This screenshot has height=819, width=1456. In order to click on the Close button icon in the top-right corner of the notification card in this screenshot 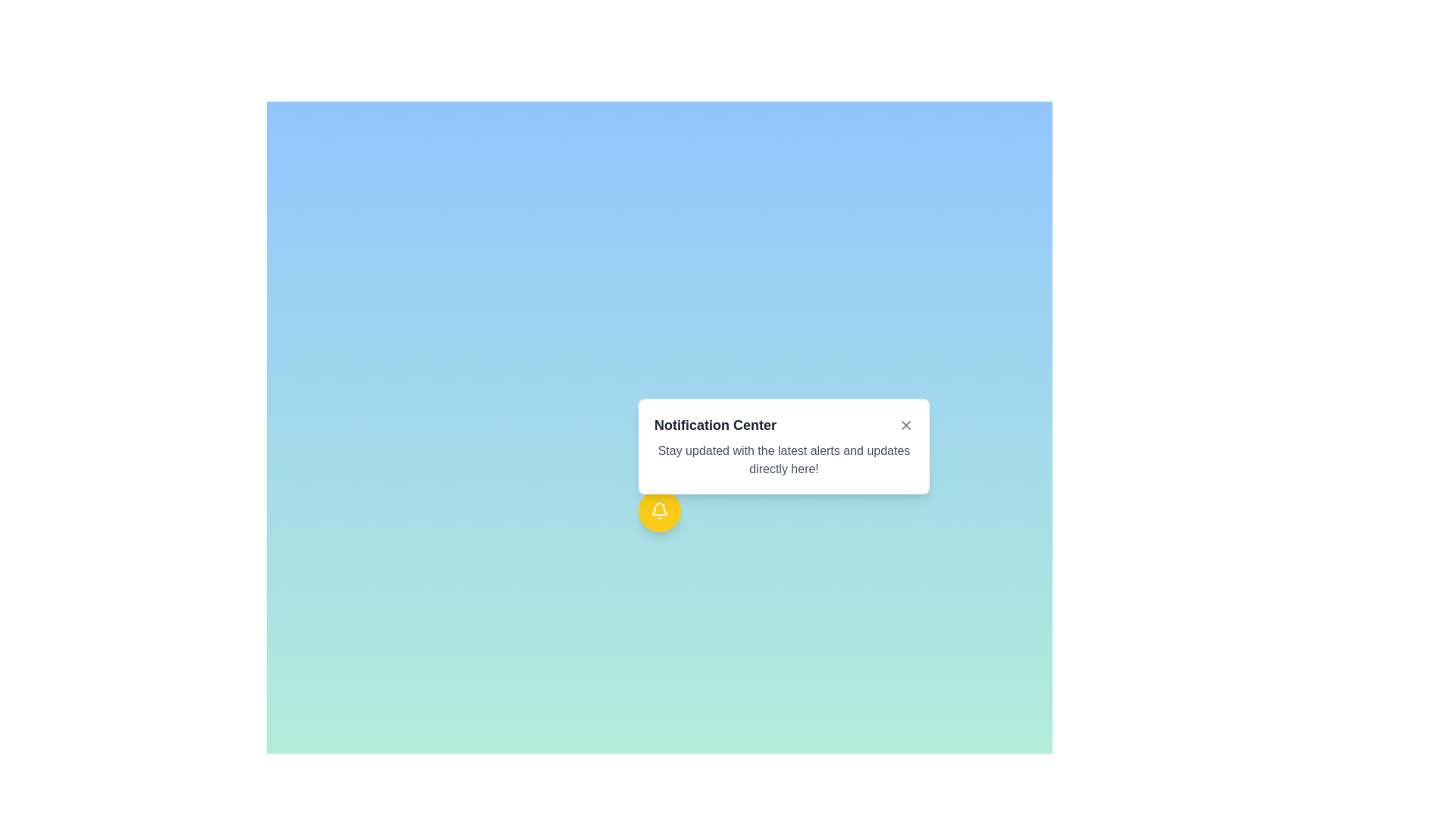, I will do `click(906, 425)`.